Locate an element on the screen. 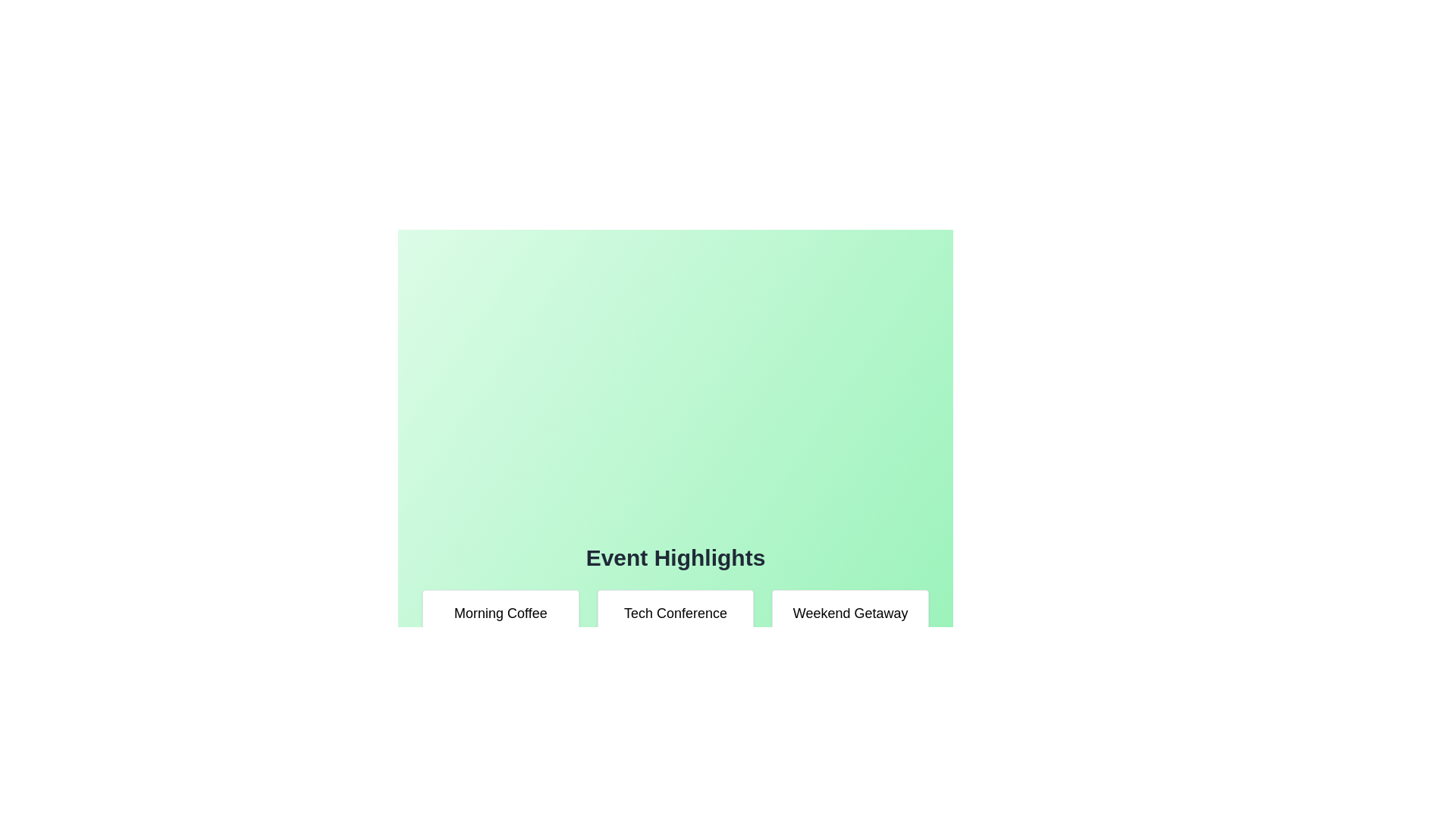 Image resolution: width=1456 pixels, height=819 pixels. the 'Tech Conference' title label located at the top-center of the white card, which serves as a thematic identifier for the information contained within the card is located at coordinates (675, 613).